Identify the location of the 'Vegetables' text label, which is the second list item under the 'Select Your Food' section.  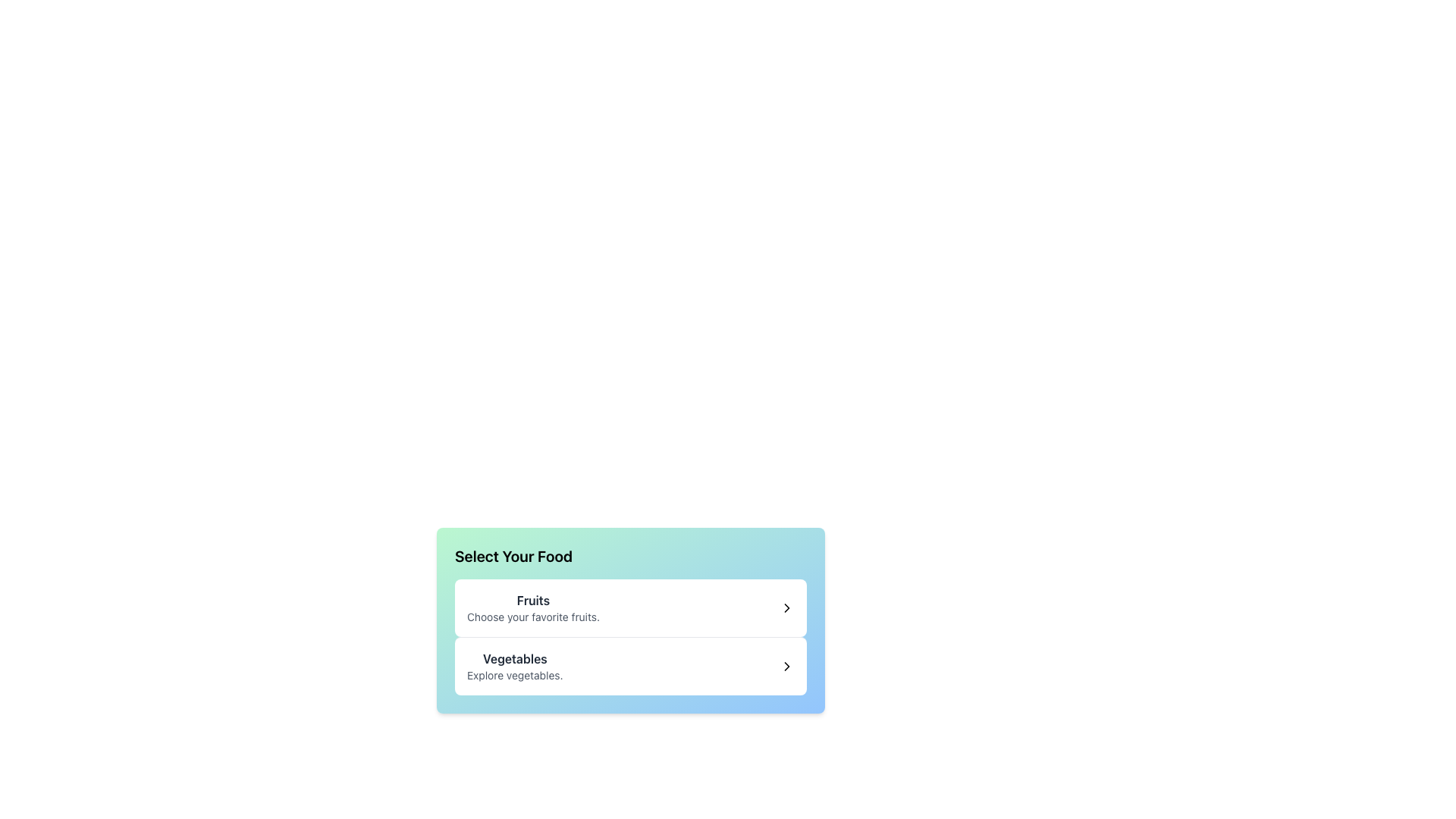
(515, 657).